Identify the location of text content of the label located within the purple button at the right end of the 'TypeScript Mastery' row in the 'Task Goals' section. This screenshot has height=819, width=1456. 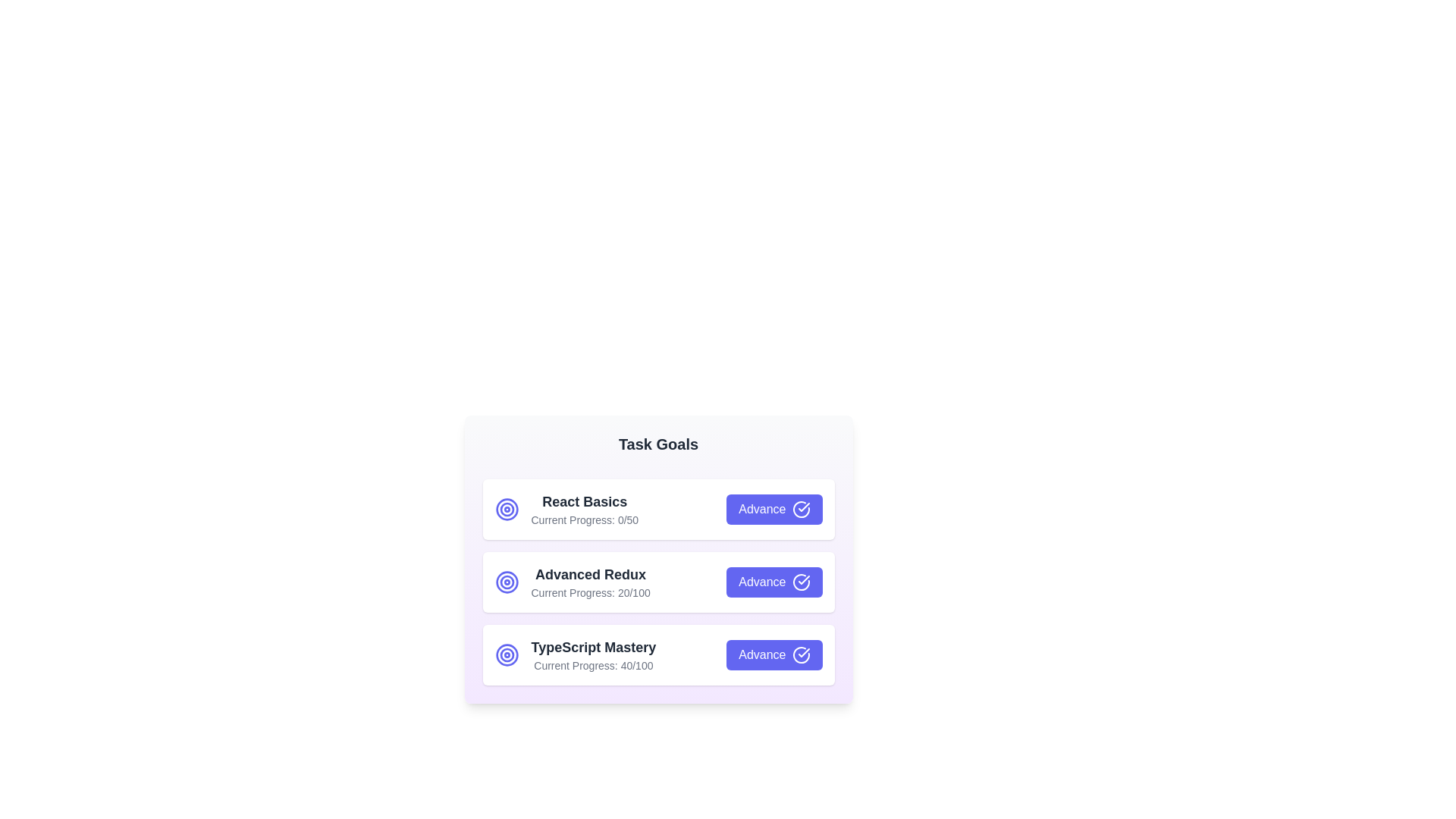
(762, 654).